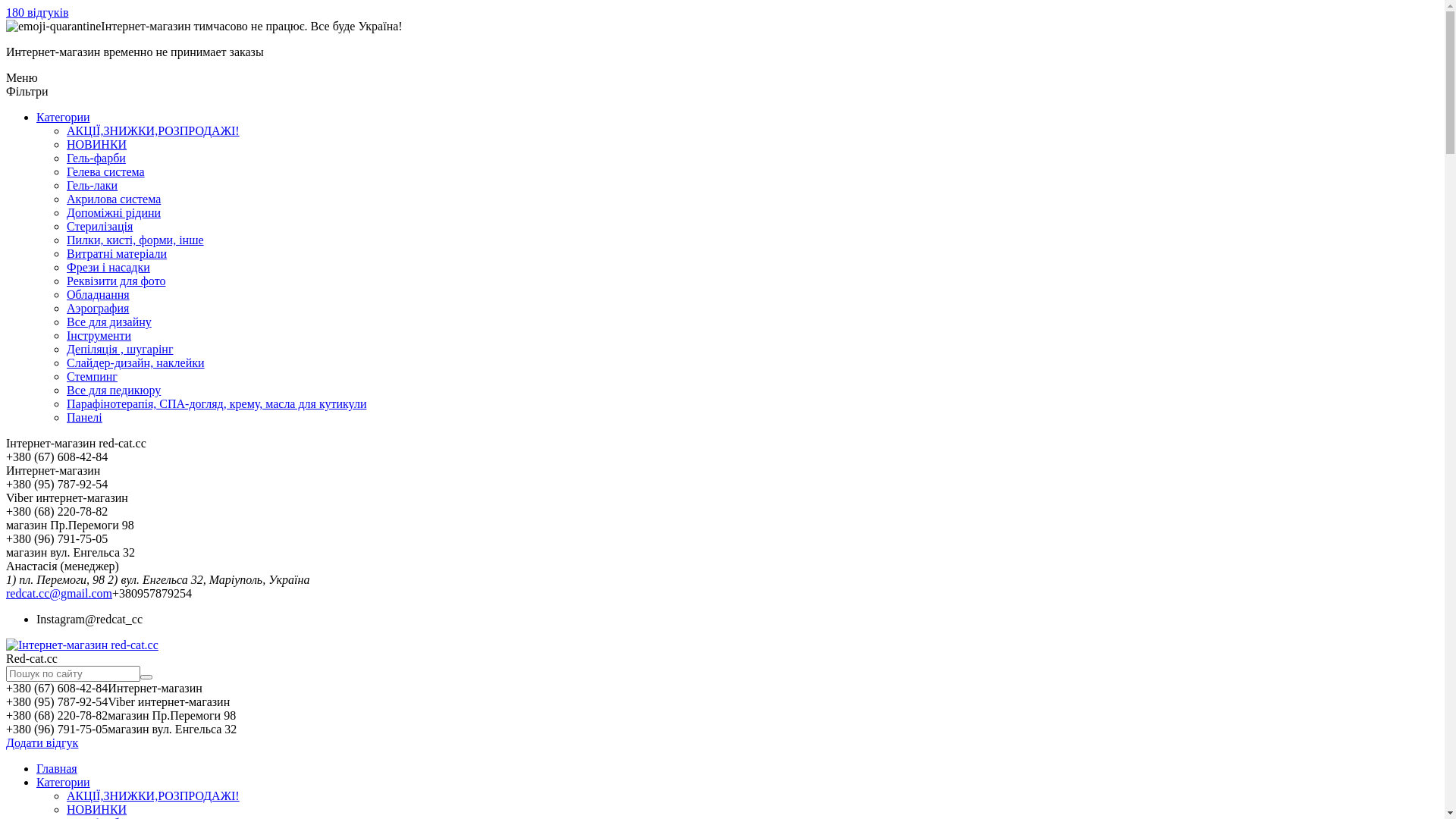 The width and height of the screenshot is (1456, 819). What do you see at coordinates (6, 592) in the screenshot?
I see `'redcat.cc@gmail.com'` at bounding box center [6, 592].